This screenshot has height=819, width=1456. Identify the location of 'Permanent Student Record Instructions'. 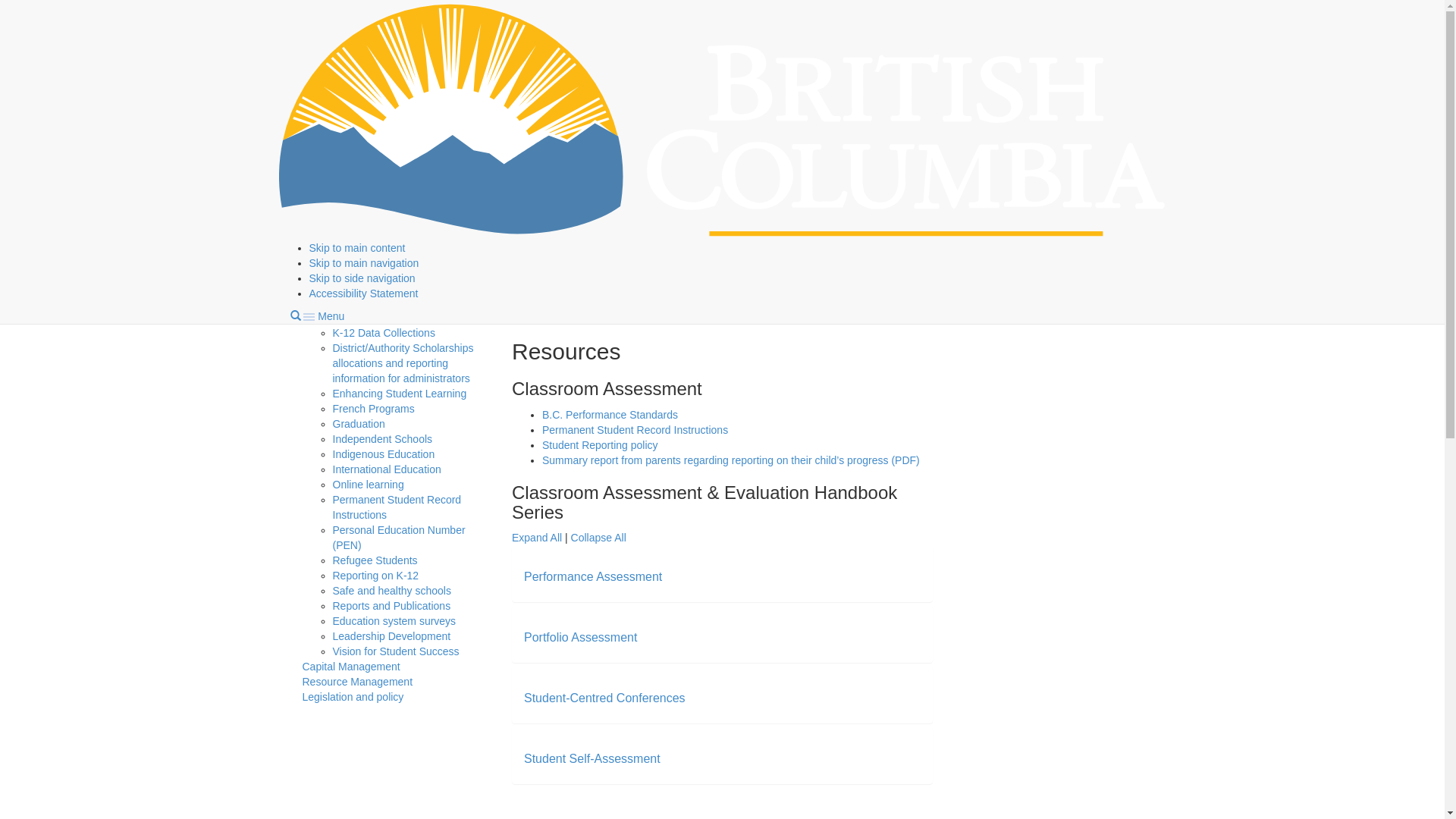
(635, 430).